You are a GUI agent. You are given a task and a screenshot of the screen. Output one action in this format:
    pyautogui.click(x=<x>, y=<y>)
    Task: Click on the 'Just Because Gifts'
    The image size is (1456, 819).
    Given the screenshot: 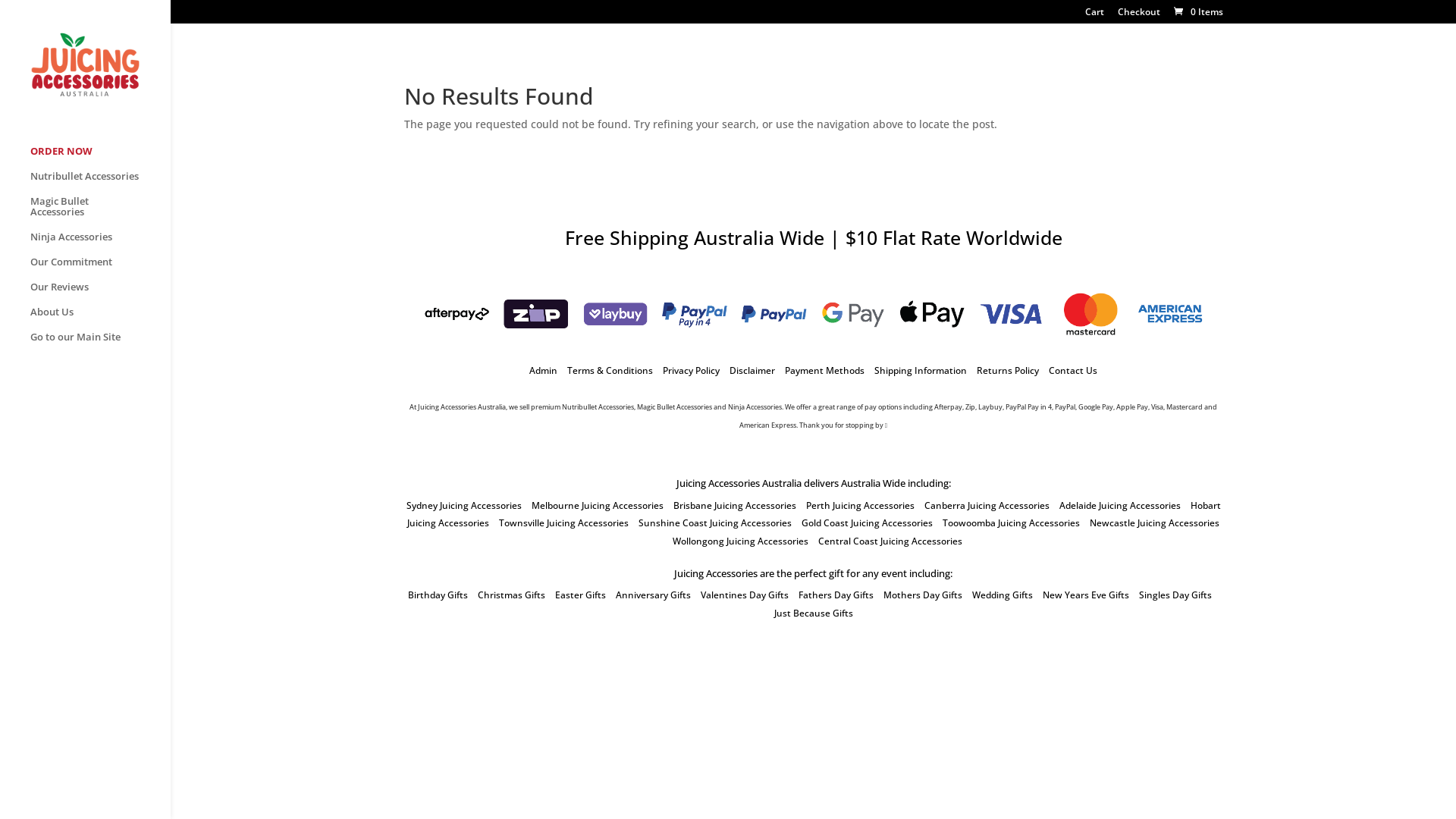 What is the action you would take?
    pyautogui.click(x=811, y=612)
    